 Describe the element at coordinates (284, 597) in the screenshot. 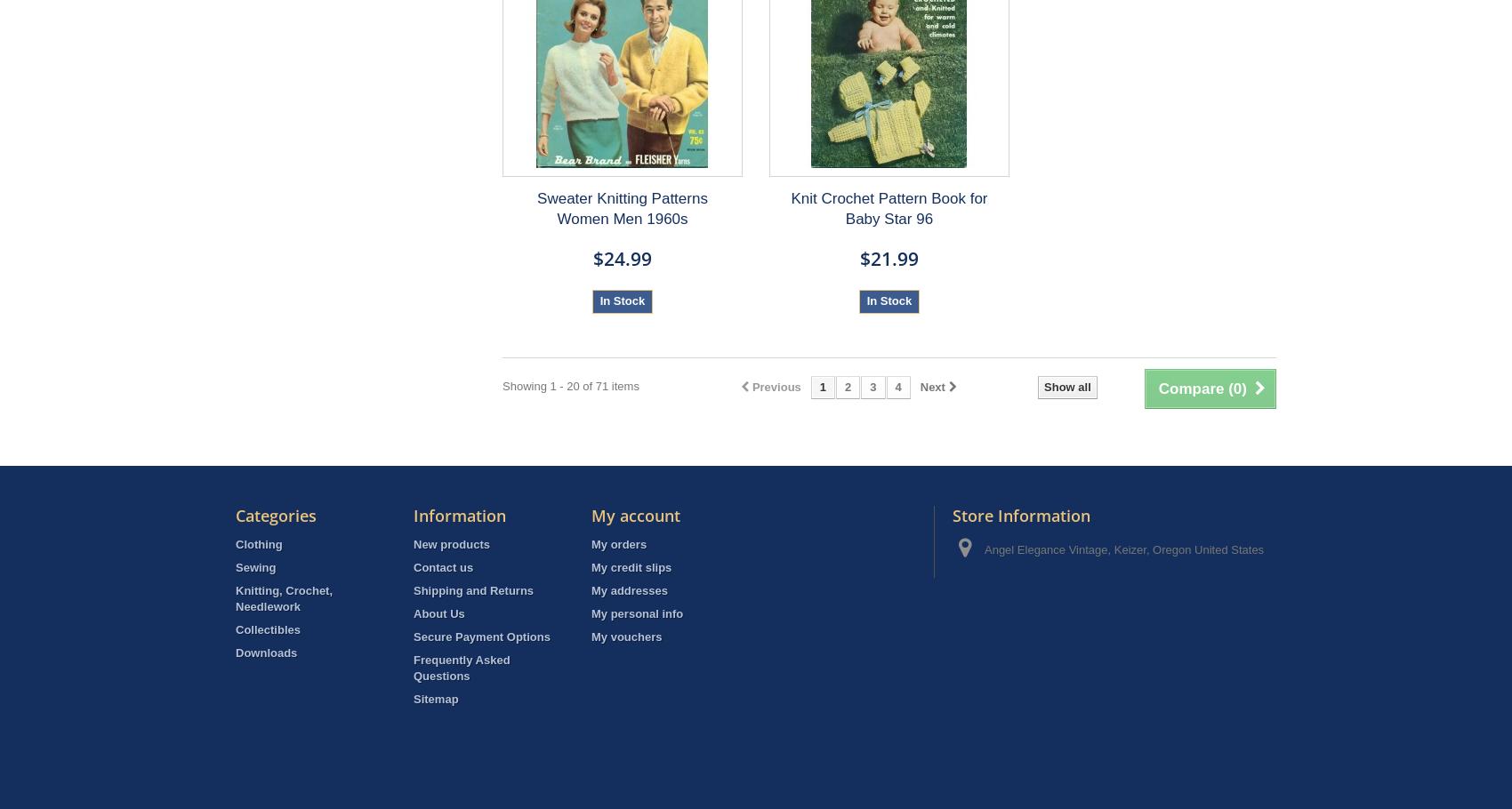

I see `'Knitting, Crochet, Needlework'` at that location.